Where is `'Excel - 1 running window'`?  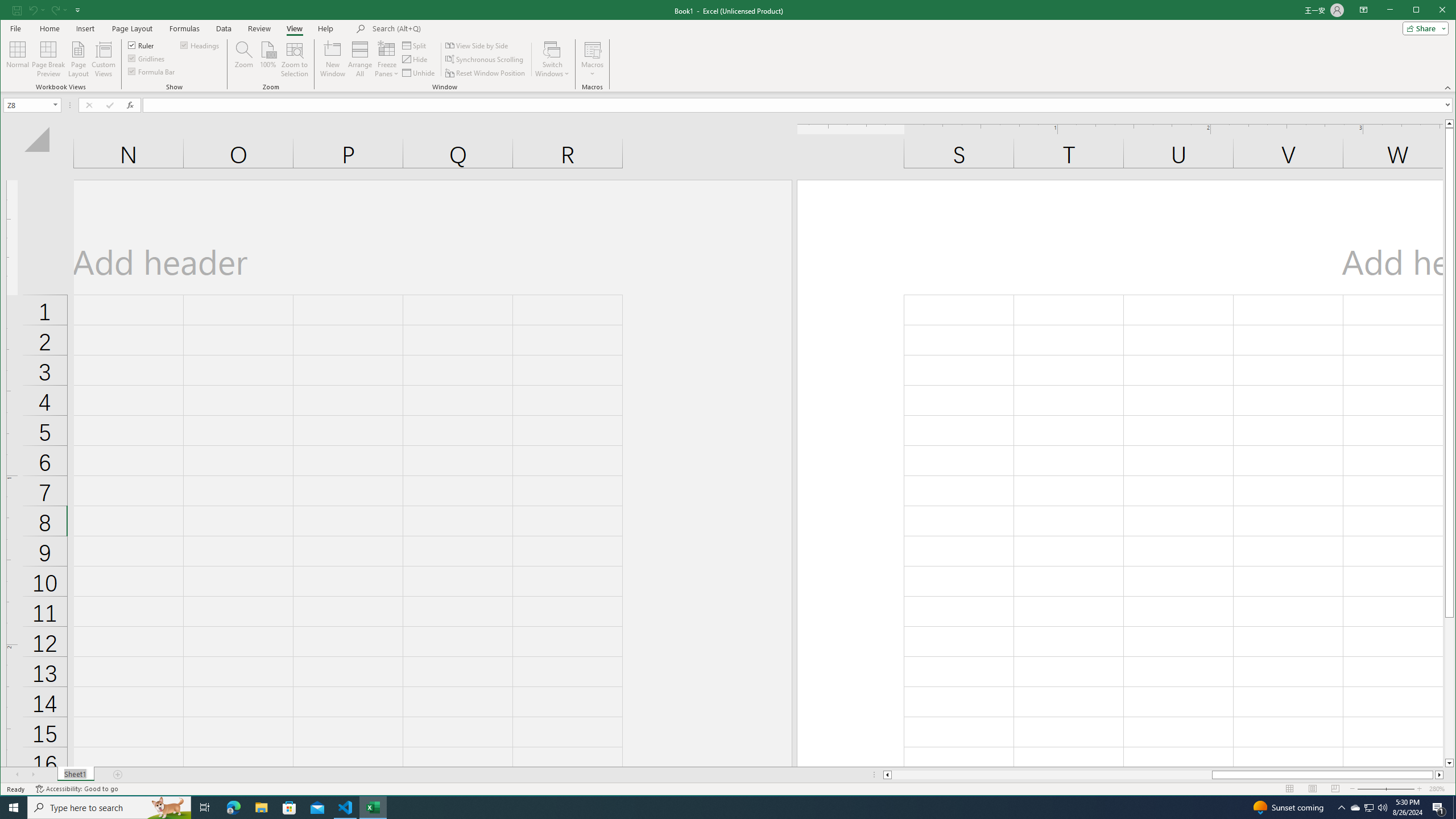
'Excel - 1 running window' is located at coordinates (373, 806).